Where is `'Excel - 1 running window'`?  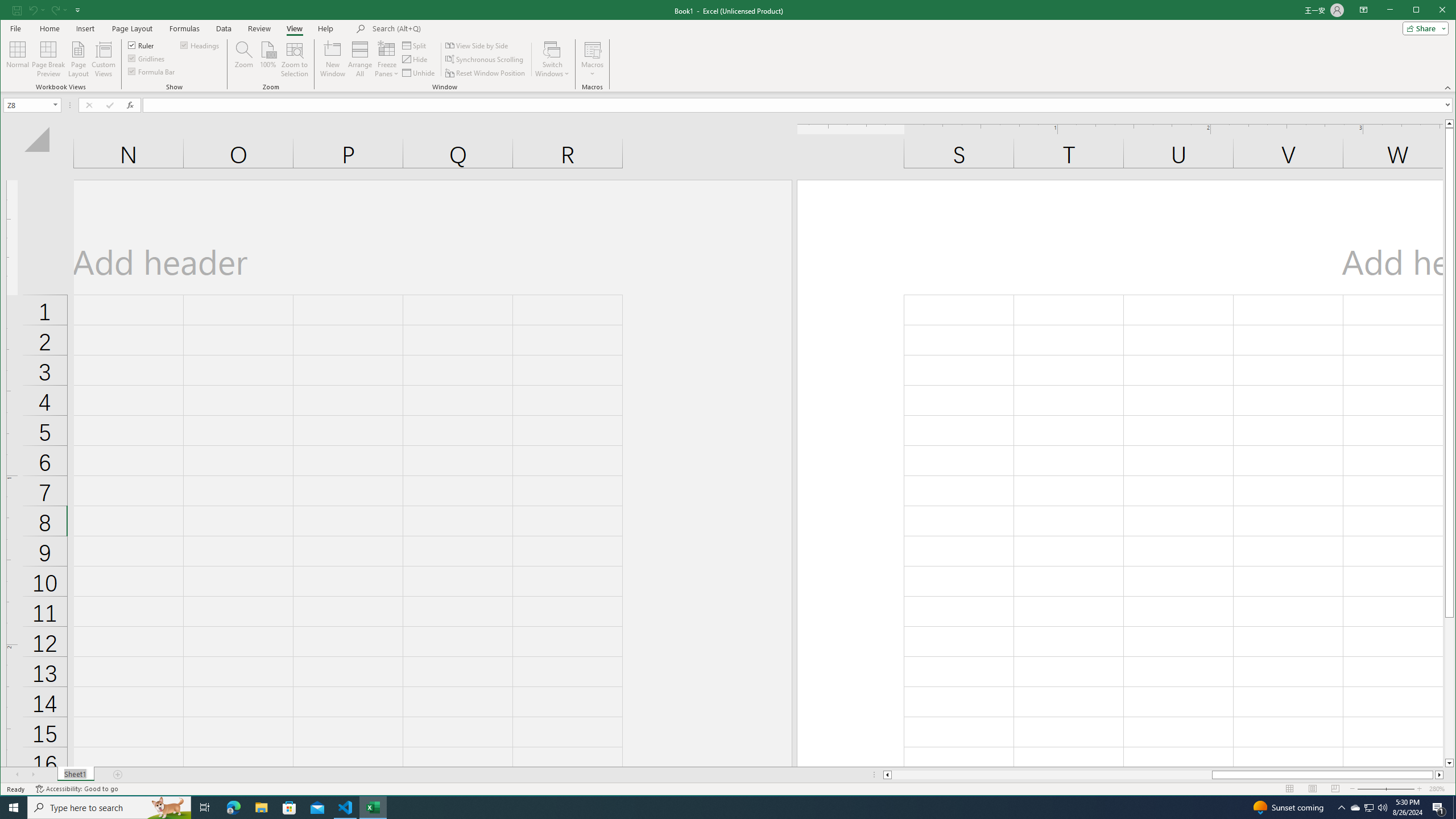
'Excel - 1 running window' is located at coordinates (373, 806).